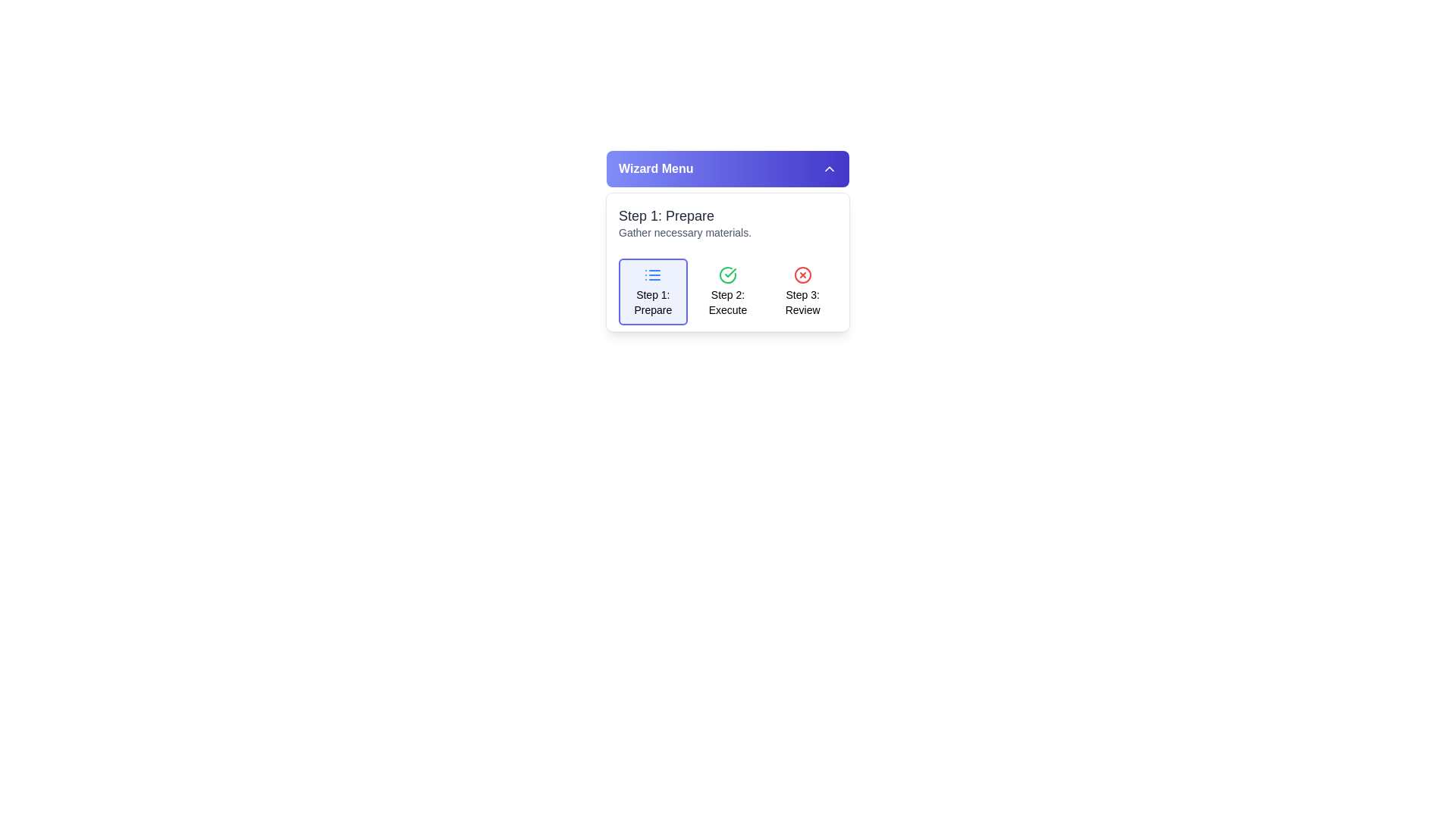 The height and width of the screenshot is (819, 1456). Describe the element at coordinates (728, 169) in the screenshot. I see `the collapsible header button located at the top center of the wizard-style menu interface` at that location.